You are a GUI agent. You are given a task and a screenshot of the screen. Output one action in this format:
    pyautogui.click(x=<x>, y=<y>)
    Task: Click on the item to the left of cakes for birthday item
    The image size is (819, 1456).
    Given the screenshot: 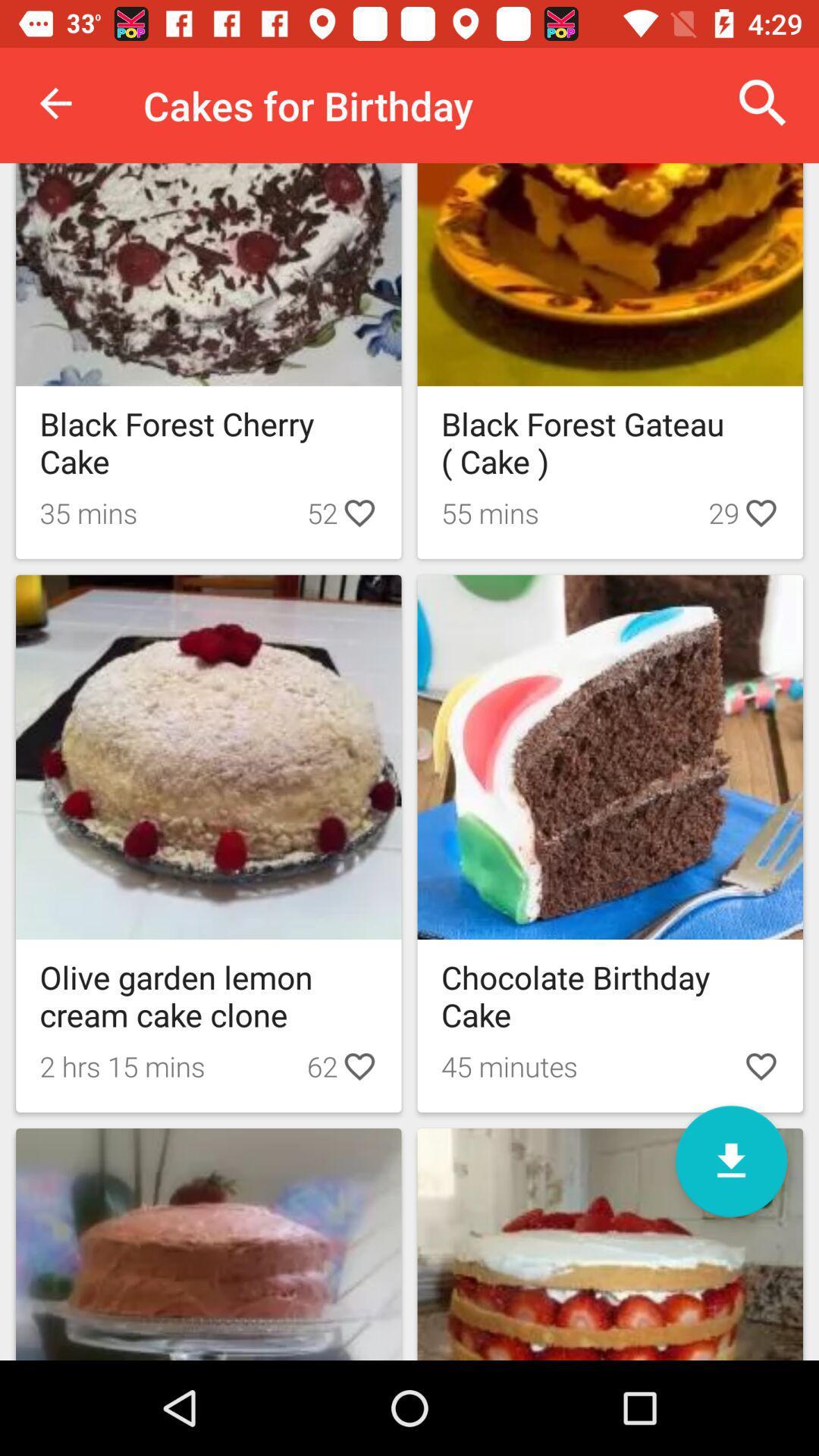 What is the action you would take?
    pyautogui.click(x=55, y=102)
    